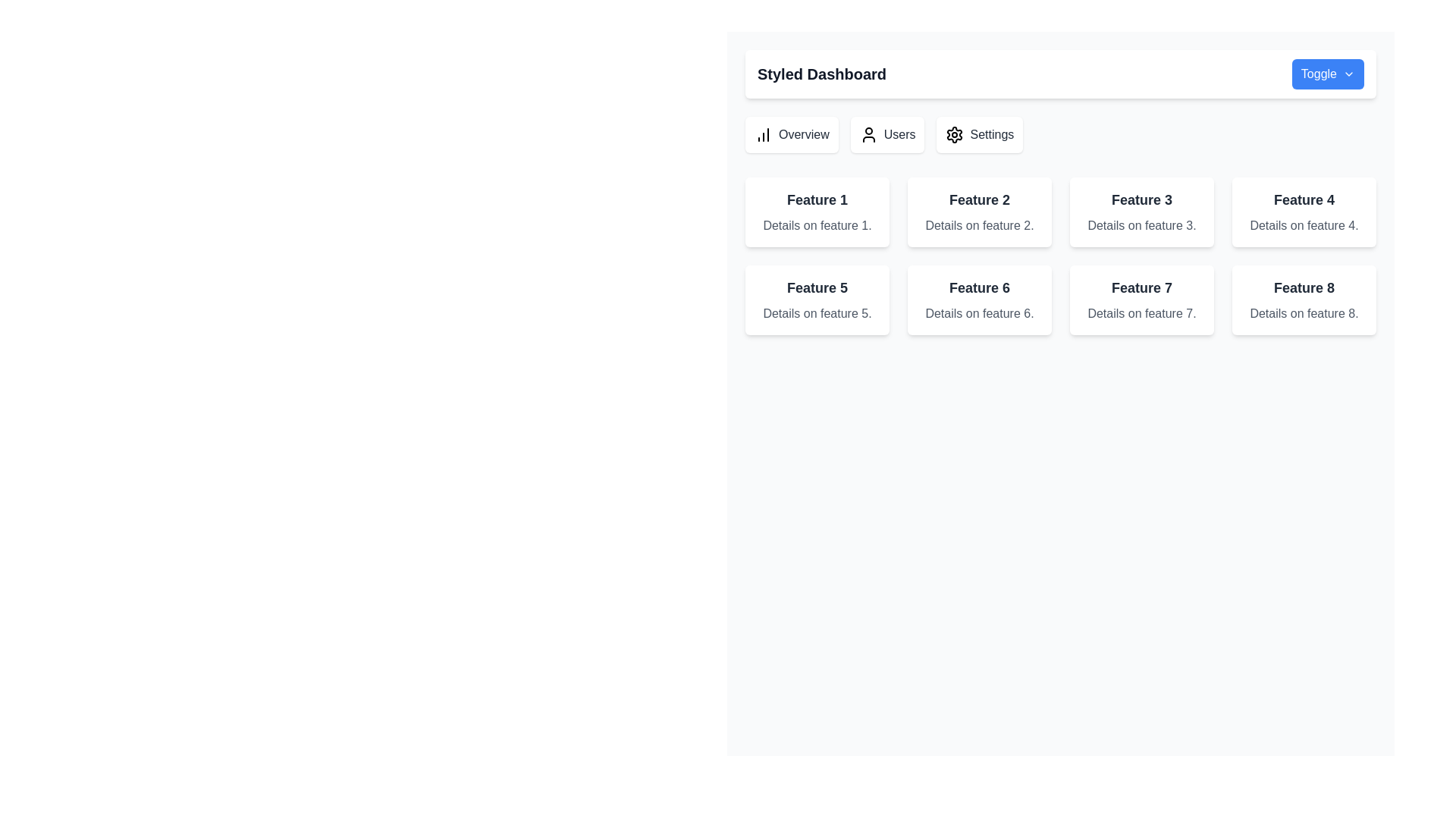 The image size is (1456, 819). I want to click on the static text element displaying 'Details on feature 6.' which is located beneath the title 'Feature 6' in a card layout, so click(979, 312).